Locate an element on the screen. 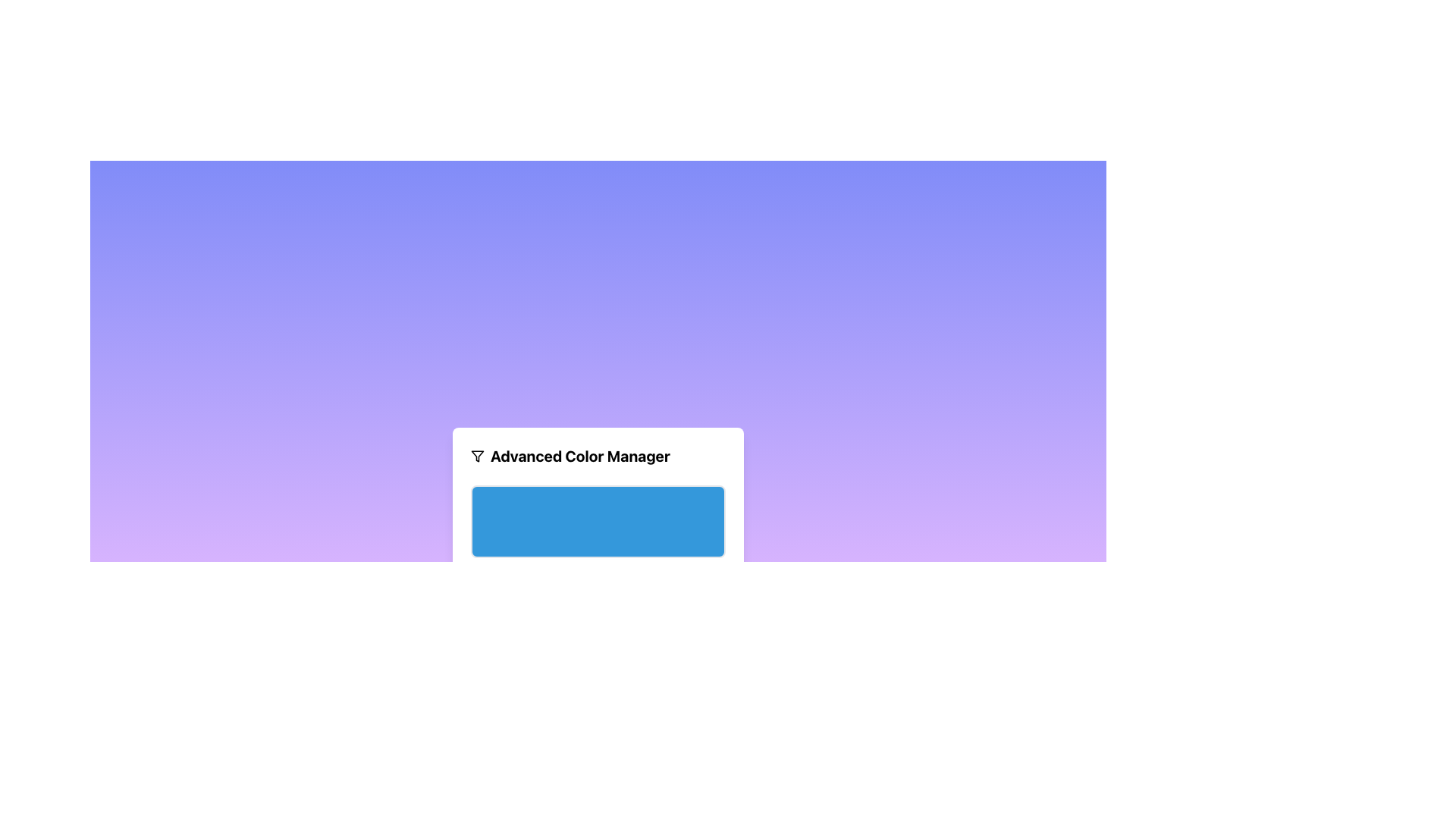 Image resolution: width=1456 pixels, height=819 pixels. the SVG icon shaped like a funnel or filter located in the top-right informational section of the page is located at coordinates (476, 455).